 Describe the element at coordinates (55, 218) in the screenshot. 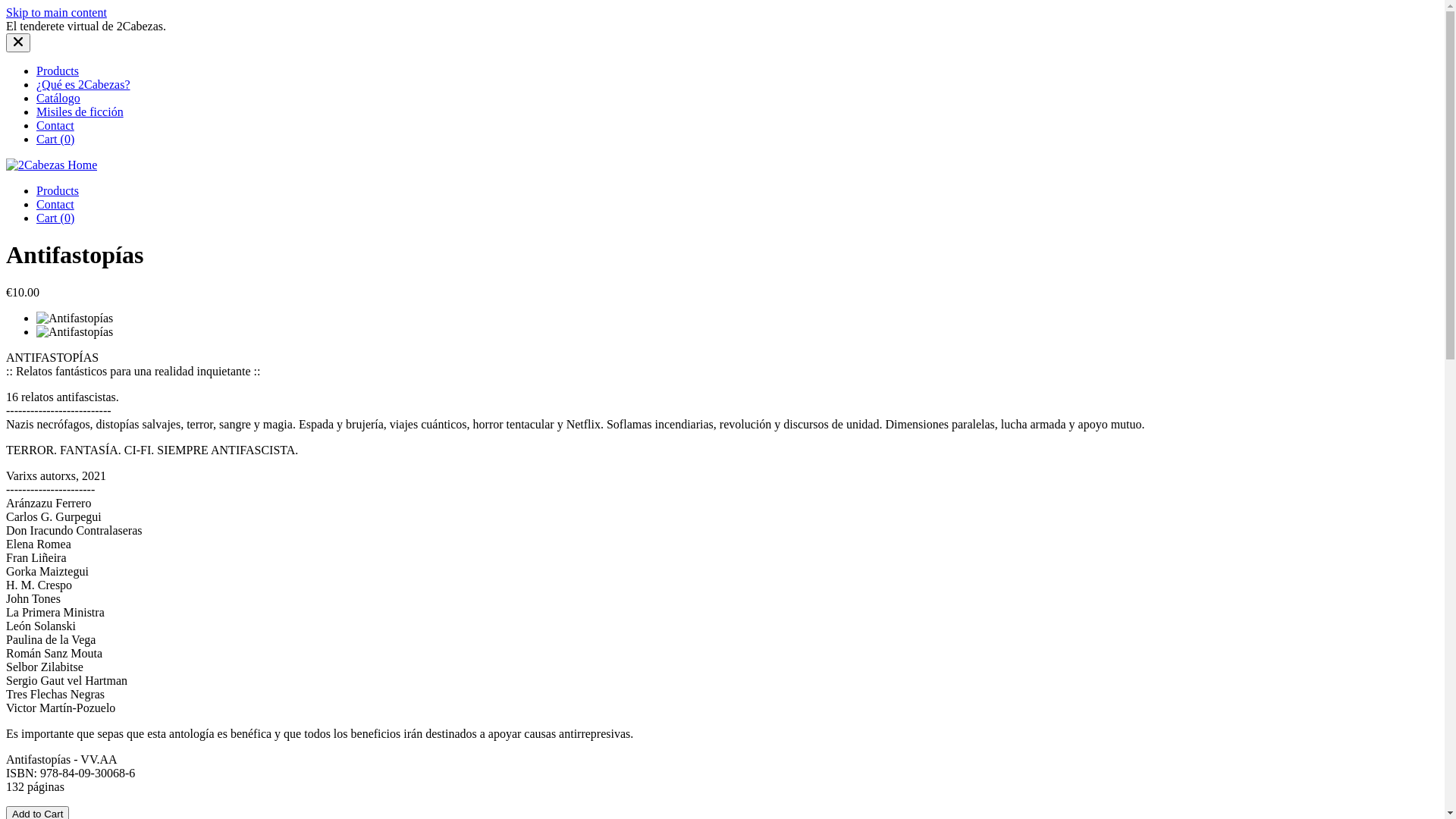

I see `'Cart (0)'` at that location.